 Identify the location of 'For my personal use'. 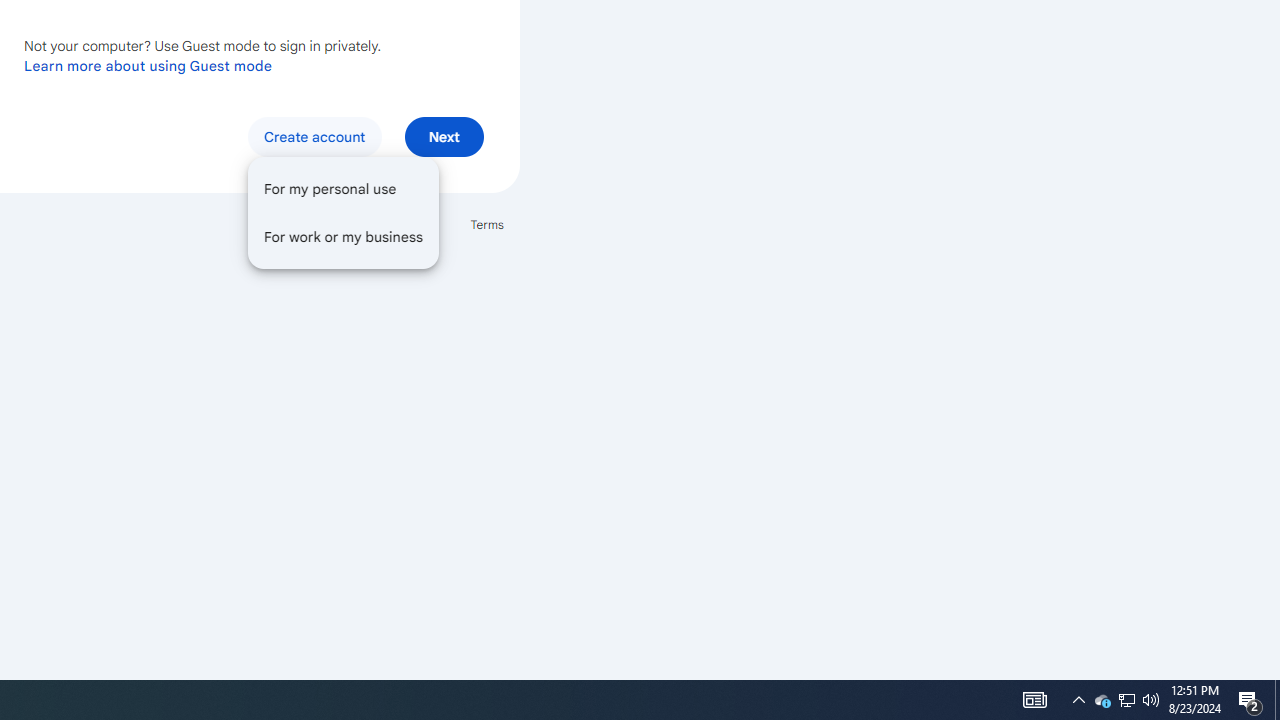
(343, 188).